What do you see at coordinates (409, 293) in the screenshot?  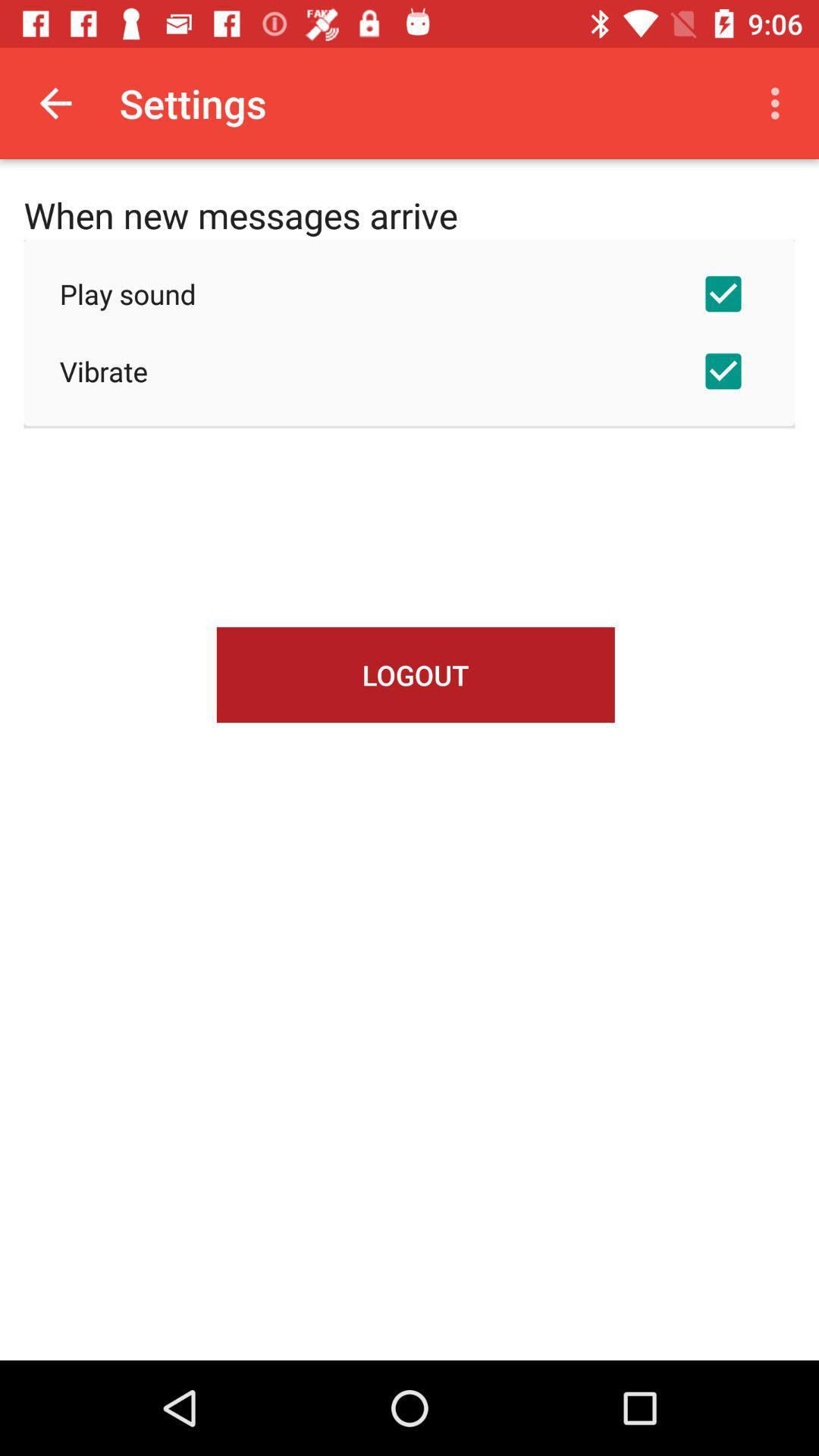 I see `the play sound` at bounding box center [409, 293].